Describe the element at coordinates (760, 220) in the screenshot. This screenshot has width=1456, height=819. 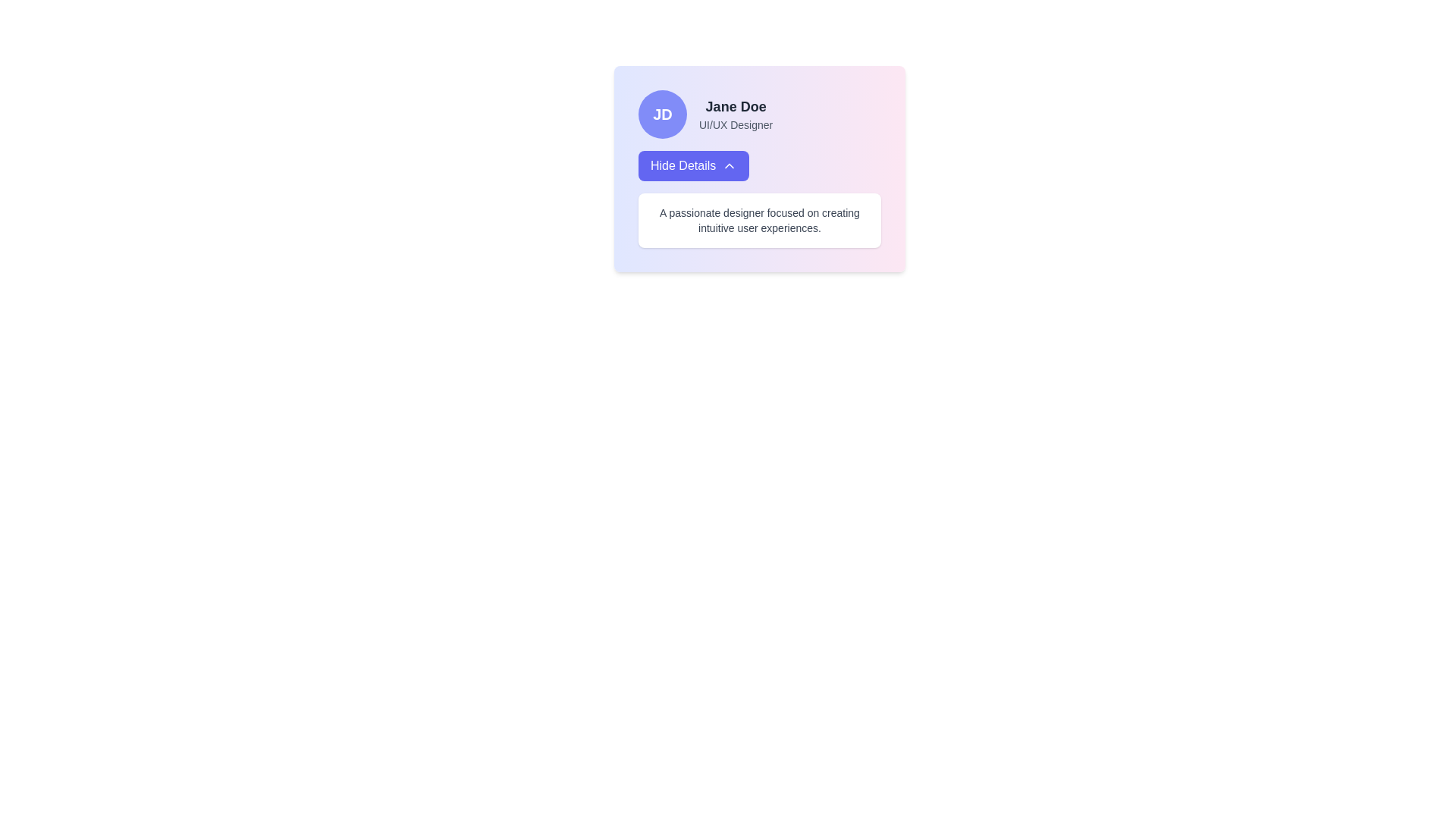
I see `the text label that contains the description 'A passionate designer focused on creating intuitive user experiences.' which is styled in subtle gray color, positioned below the 'Hide Details' button inside a white box with rounded corners` at that location.